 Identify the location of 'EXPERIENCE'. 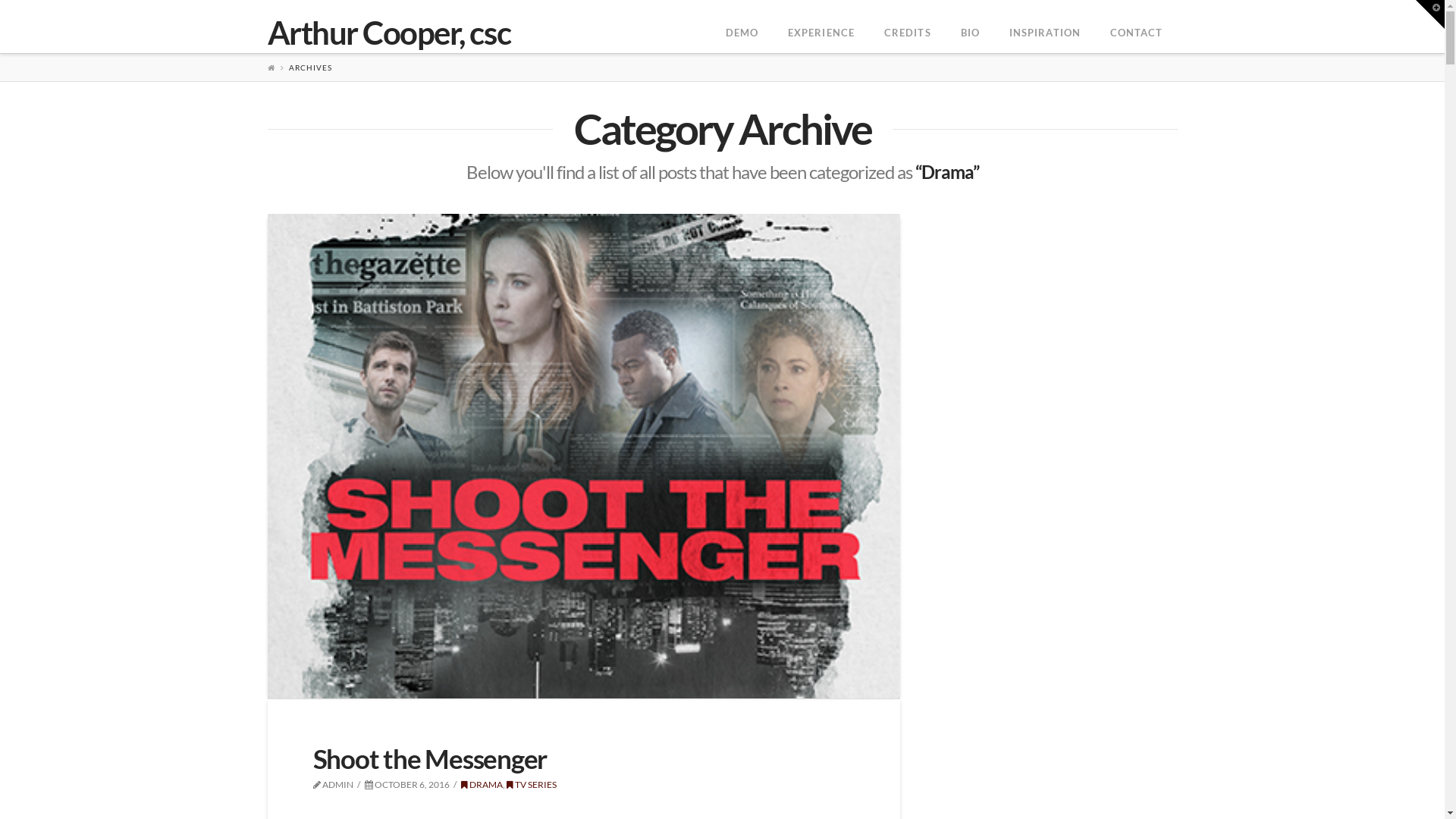
(820, 26).